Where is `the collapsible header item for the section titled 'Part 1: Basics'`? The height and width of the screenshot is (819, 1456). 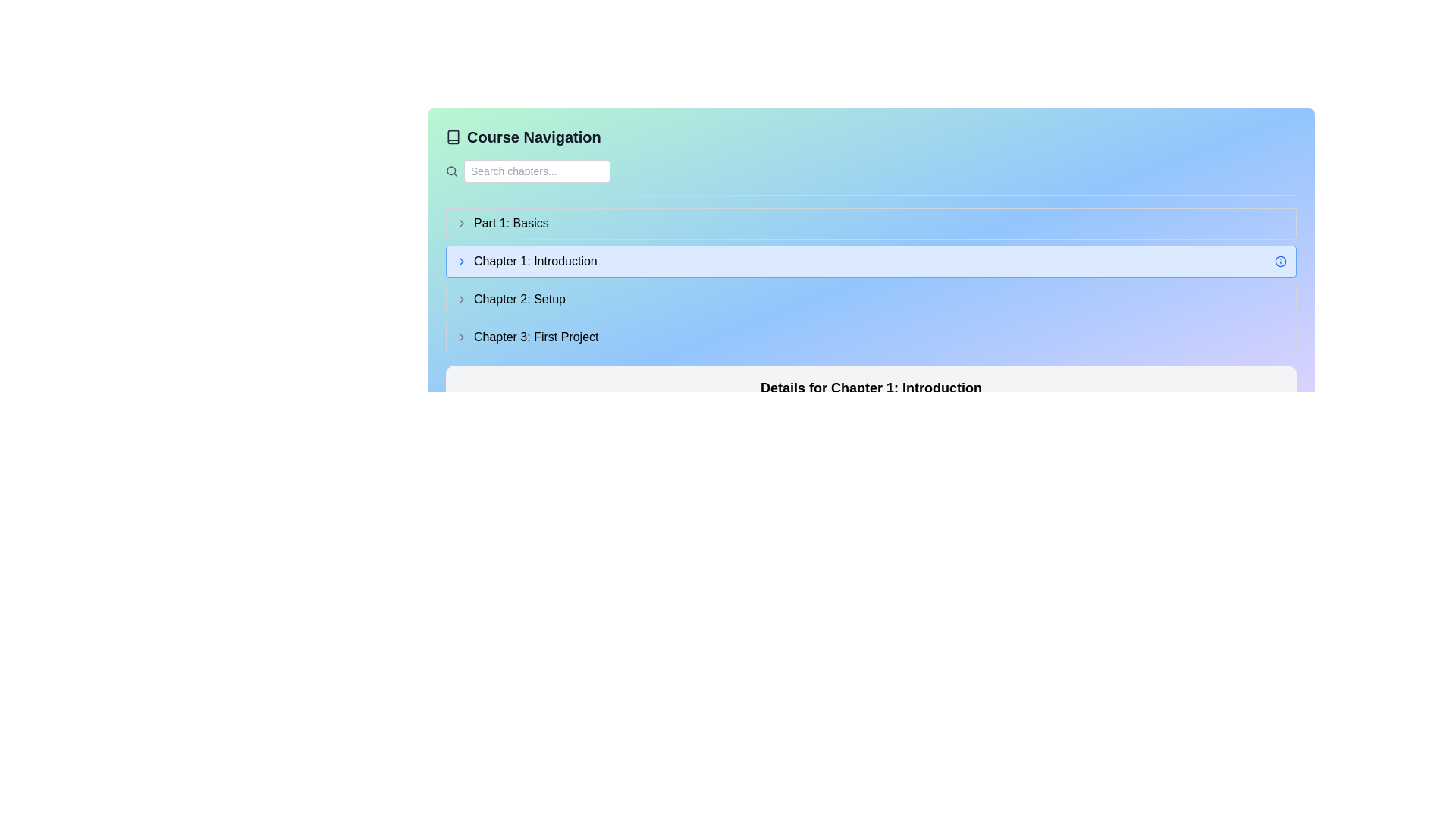
the collapsible header item for the section titled 'Part 1: Basics' is located at coordinates (502, 223).